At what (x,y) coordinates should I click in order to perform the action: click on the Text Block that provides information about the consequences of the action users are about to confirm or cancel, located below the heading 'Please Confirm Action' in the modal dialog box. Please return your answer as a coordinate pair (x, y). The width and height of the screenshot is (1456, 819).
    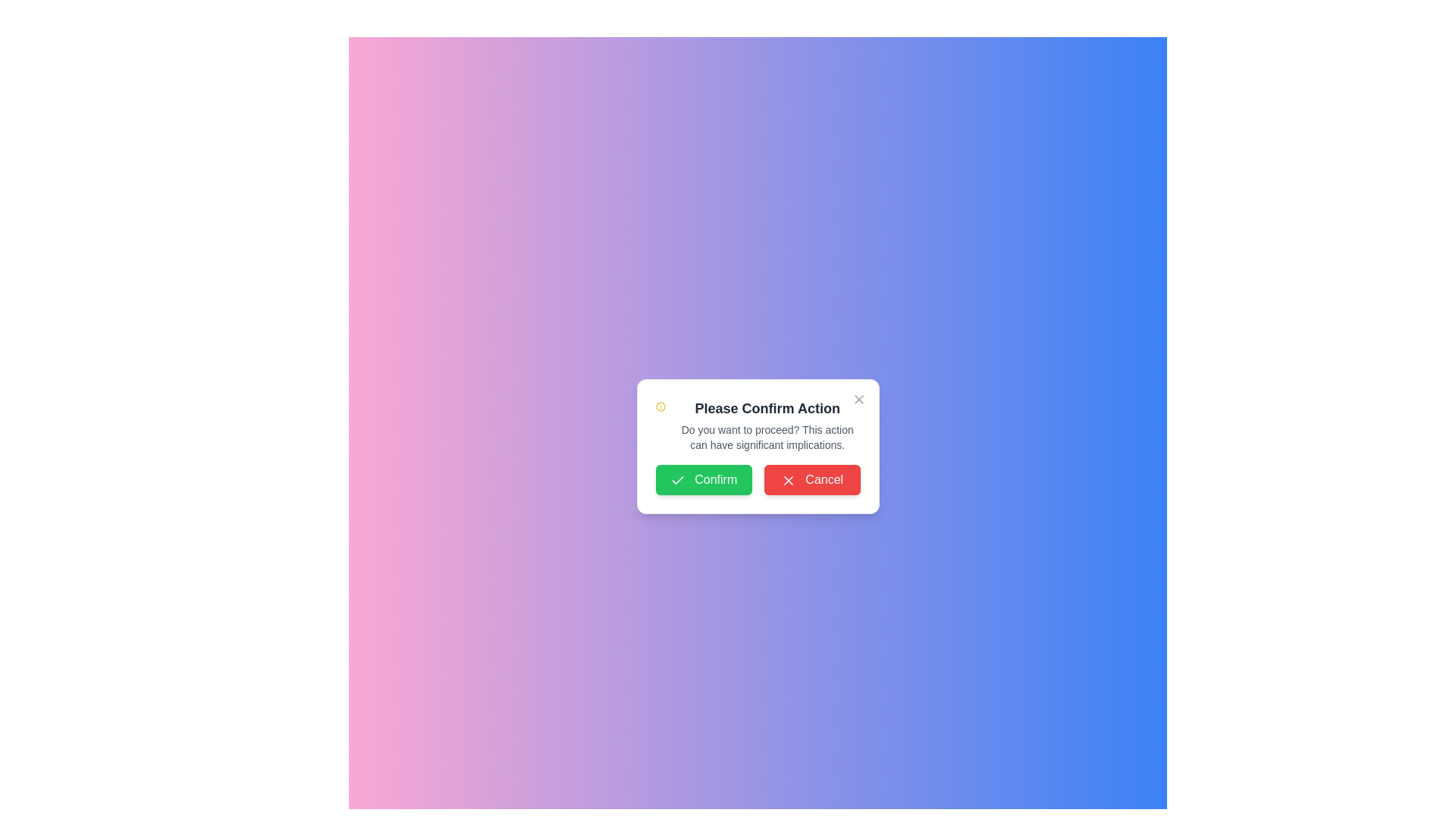
    Looking at the image, I should click on (767, 438).